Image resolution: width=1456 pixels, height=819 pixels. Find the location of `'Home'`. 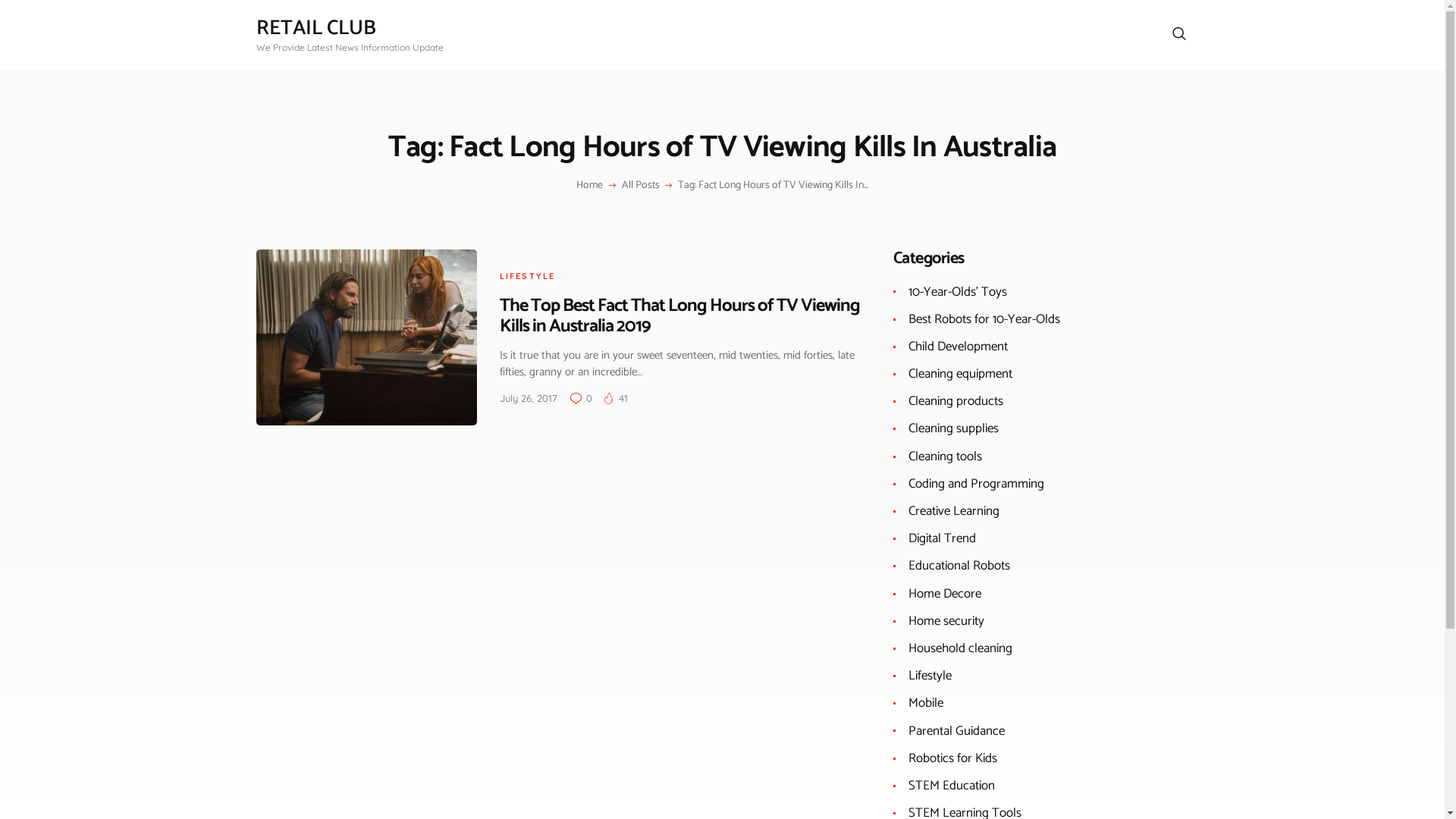

'Home' is located at coordinates (588, 185).